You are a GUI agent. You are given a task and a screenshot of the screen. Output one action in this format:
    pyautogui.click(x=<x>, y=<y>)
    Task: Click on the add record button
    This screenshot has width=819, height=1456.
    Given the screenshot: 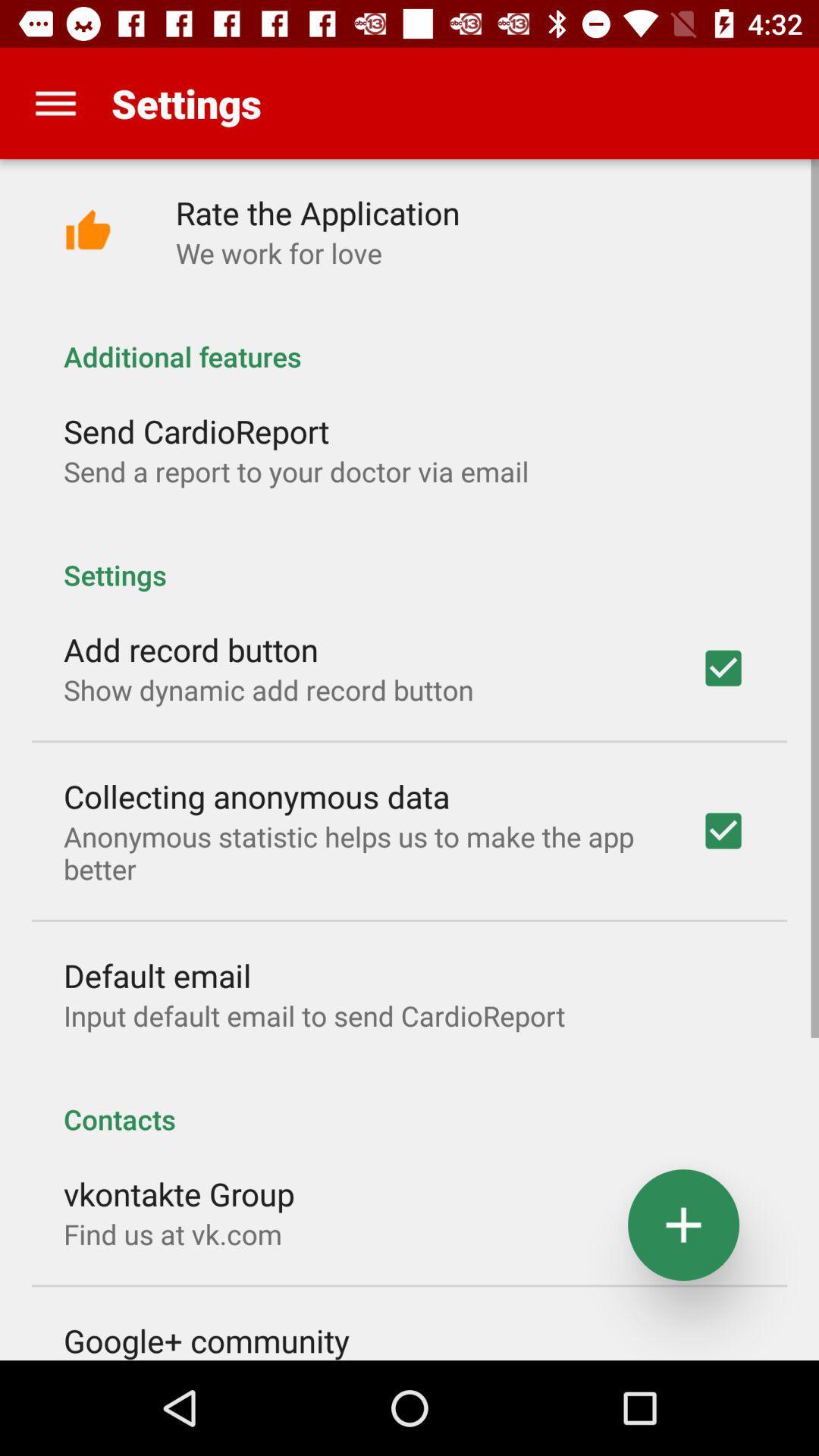 What is the action you would take?
    pyautogui.click(x=722, y=667)
    